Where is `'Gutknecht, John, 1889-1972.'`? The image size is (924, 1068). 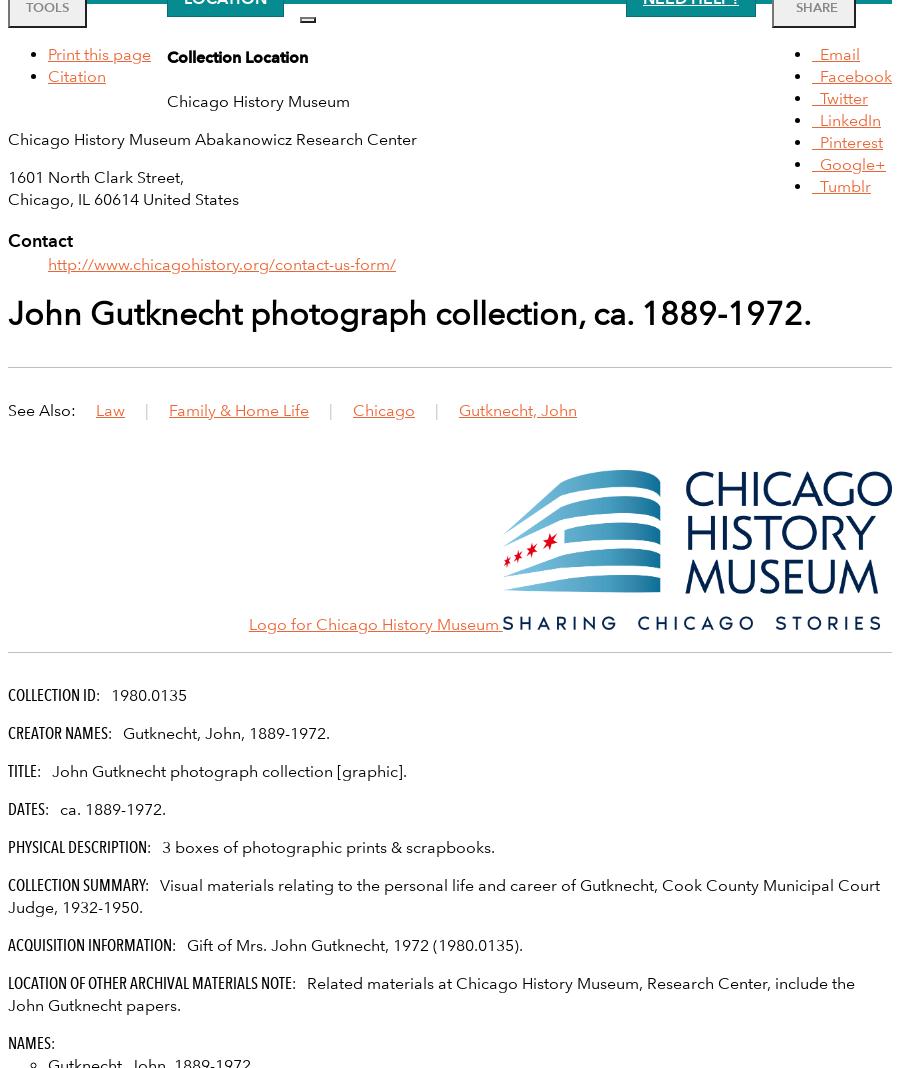
'Gutknecht, John, 1889-1972.' is located at coordinates (122, 732).